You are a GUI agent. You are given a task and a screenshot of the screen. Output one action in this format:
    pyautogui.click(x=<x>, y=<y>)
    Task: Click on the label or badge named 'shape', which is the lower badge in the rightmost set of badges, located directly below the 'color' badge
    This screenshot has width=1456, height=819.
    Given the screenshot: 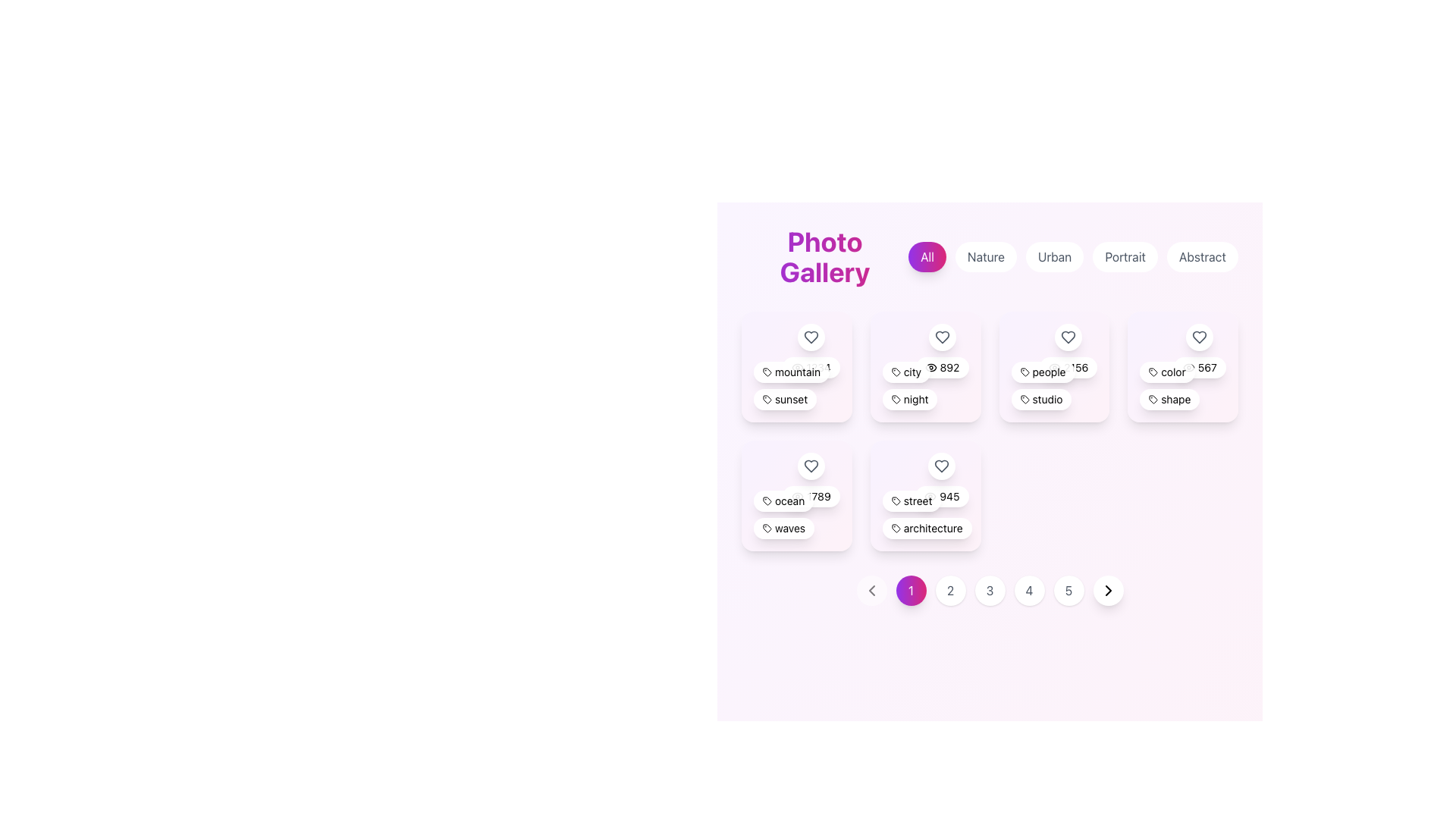 What is the action you would take?
    pyautogui.click(x=1169, y=398)
    